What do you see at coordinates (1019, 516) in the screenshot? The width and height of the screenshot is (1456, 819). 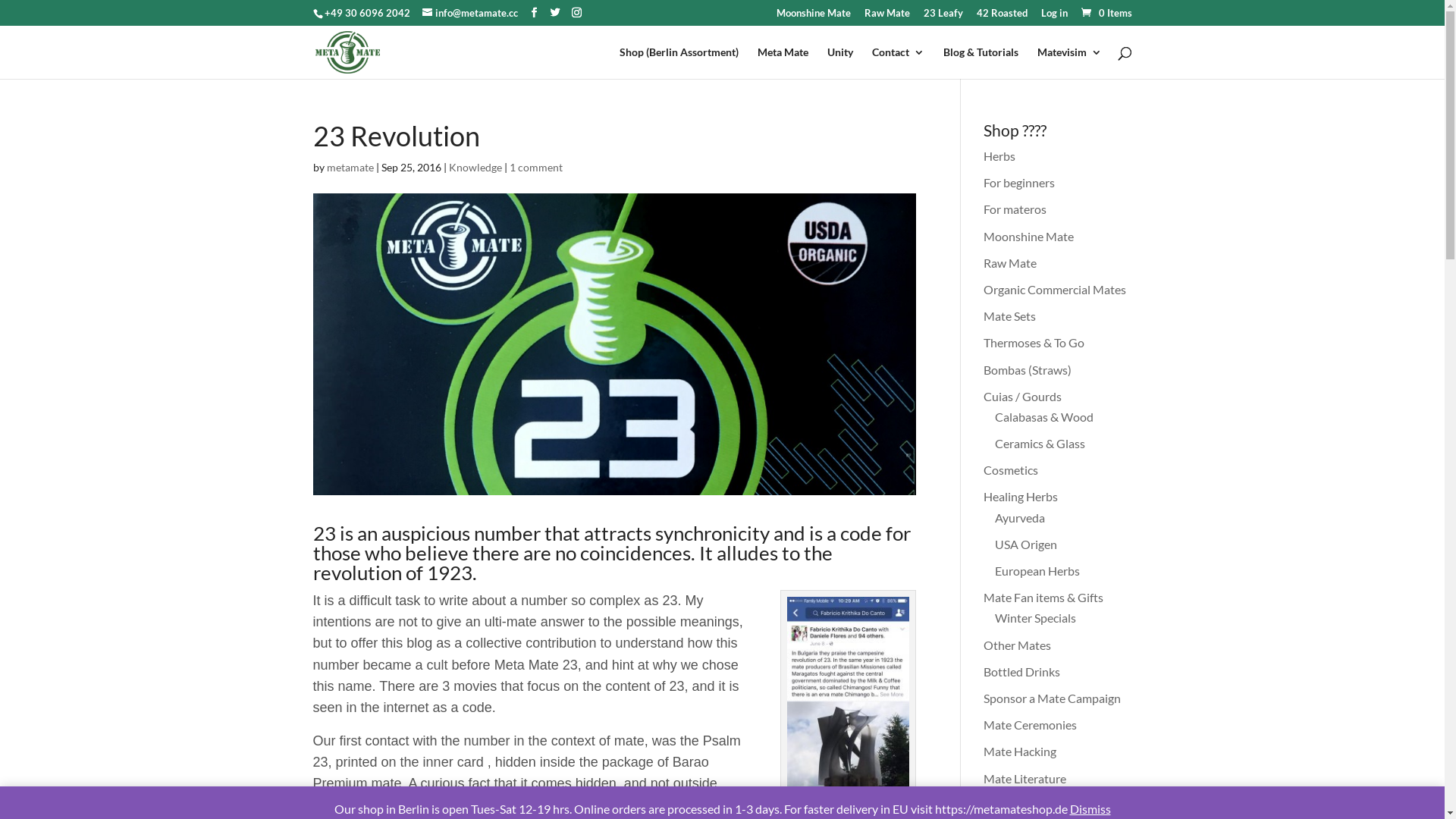 I see `'Ayurveda'` at bounding box center [1019, 516].